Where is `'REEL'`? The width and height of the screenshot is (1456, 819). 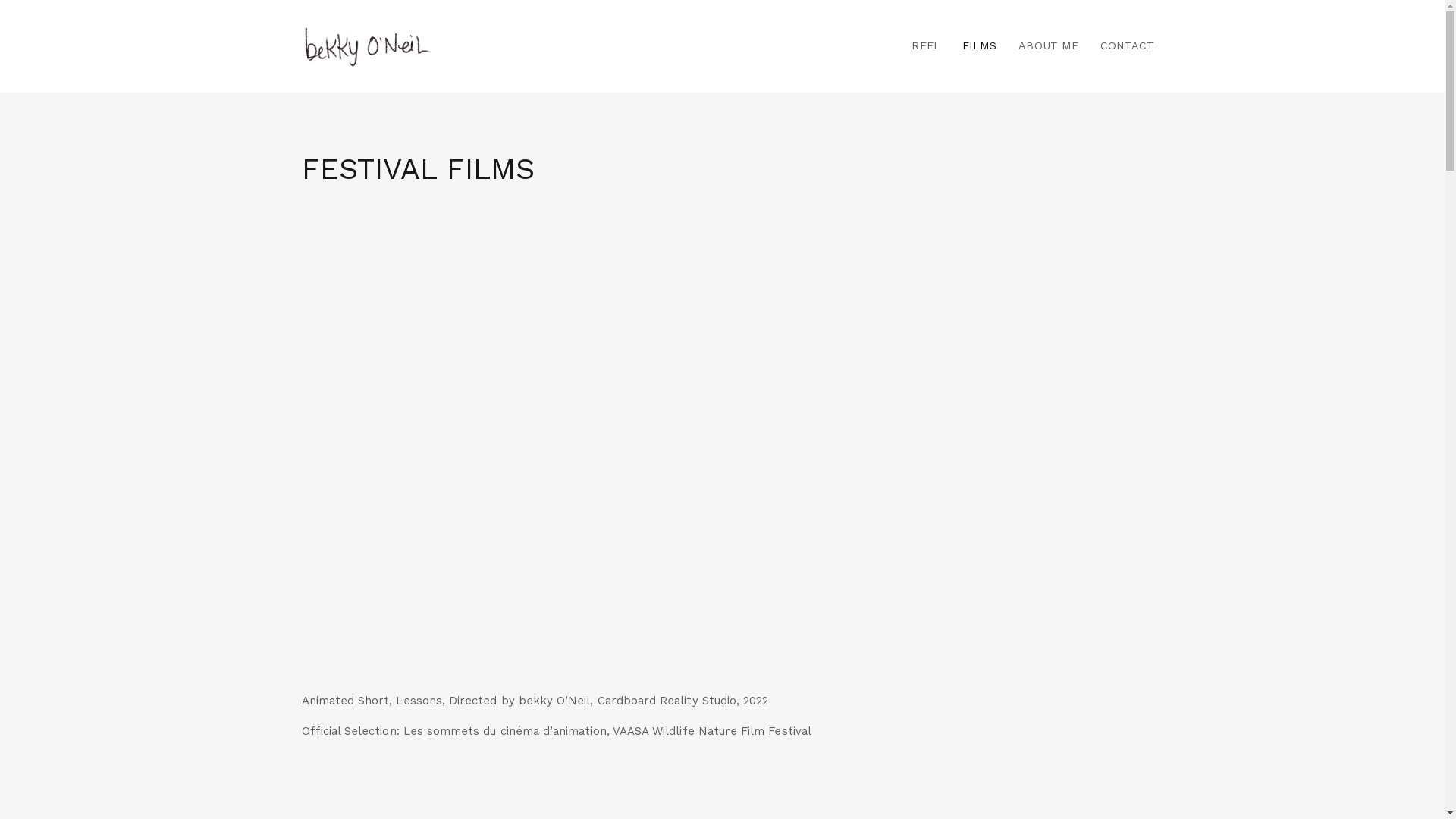 'REEL' is located at coordinates (924, 45).